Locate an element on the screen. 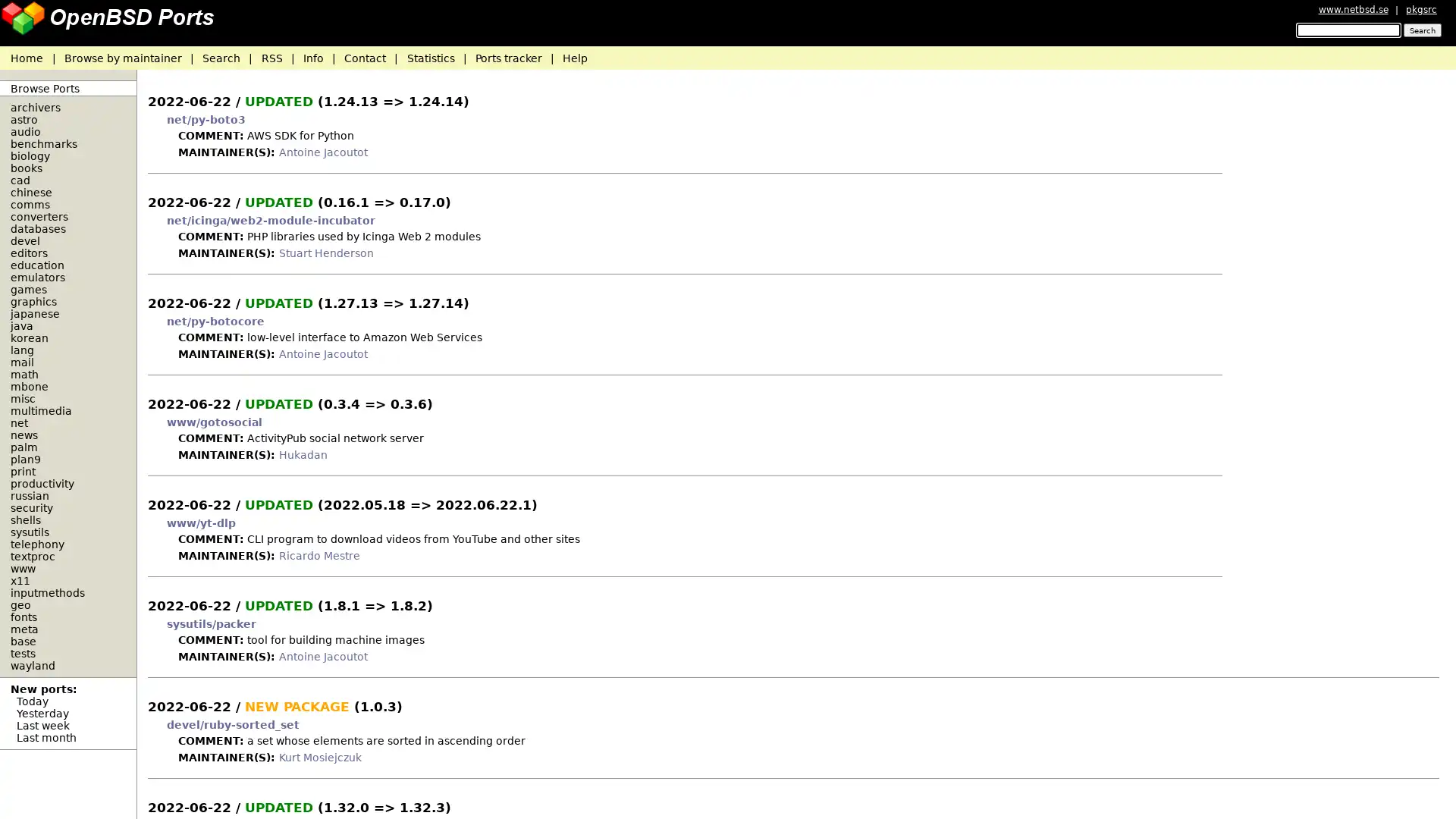  Search is located at coordinates (1421, 30).